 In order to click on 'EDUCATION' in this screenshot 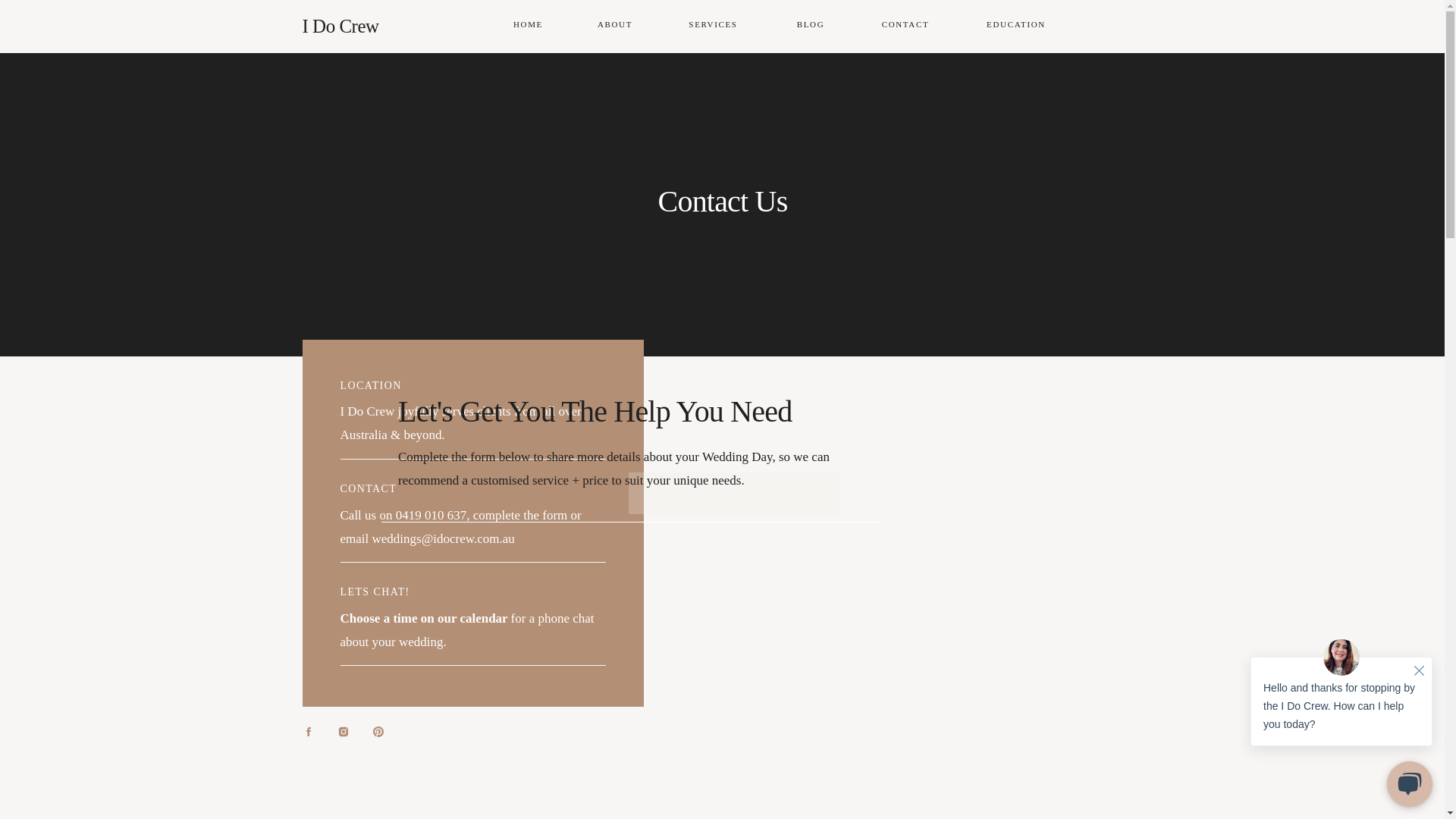, I will do `click(1016, 26)`.